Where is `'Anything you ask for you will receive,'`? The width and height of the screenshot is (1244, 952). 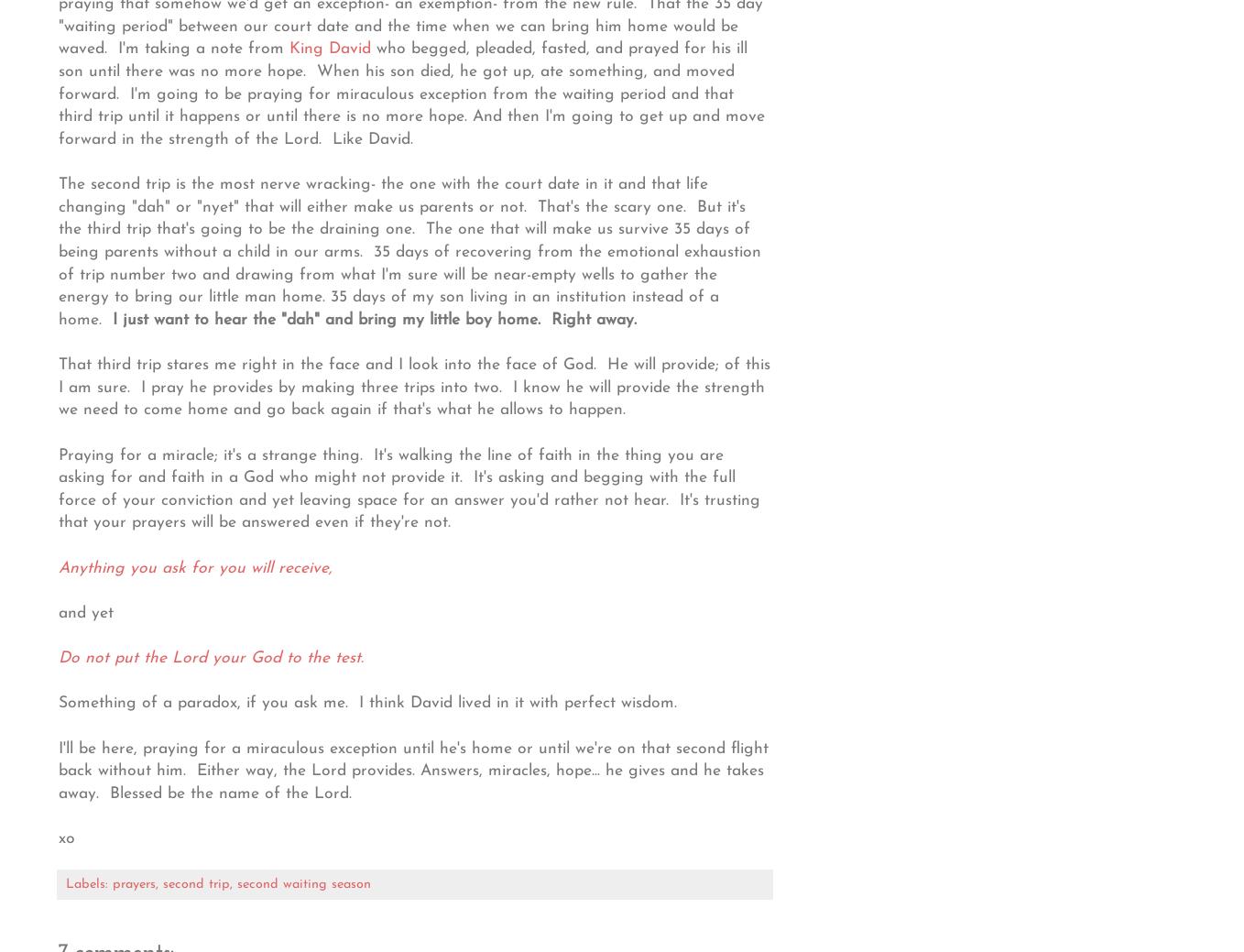
'Anything you ask for you will receive,' is located at coordinates (194, 567).